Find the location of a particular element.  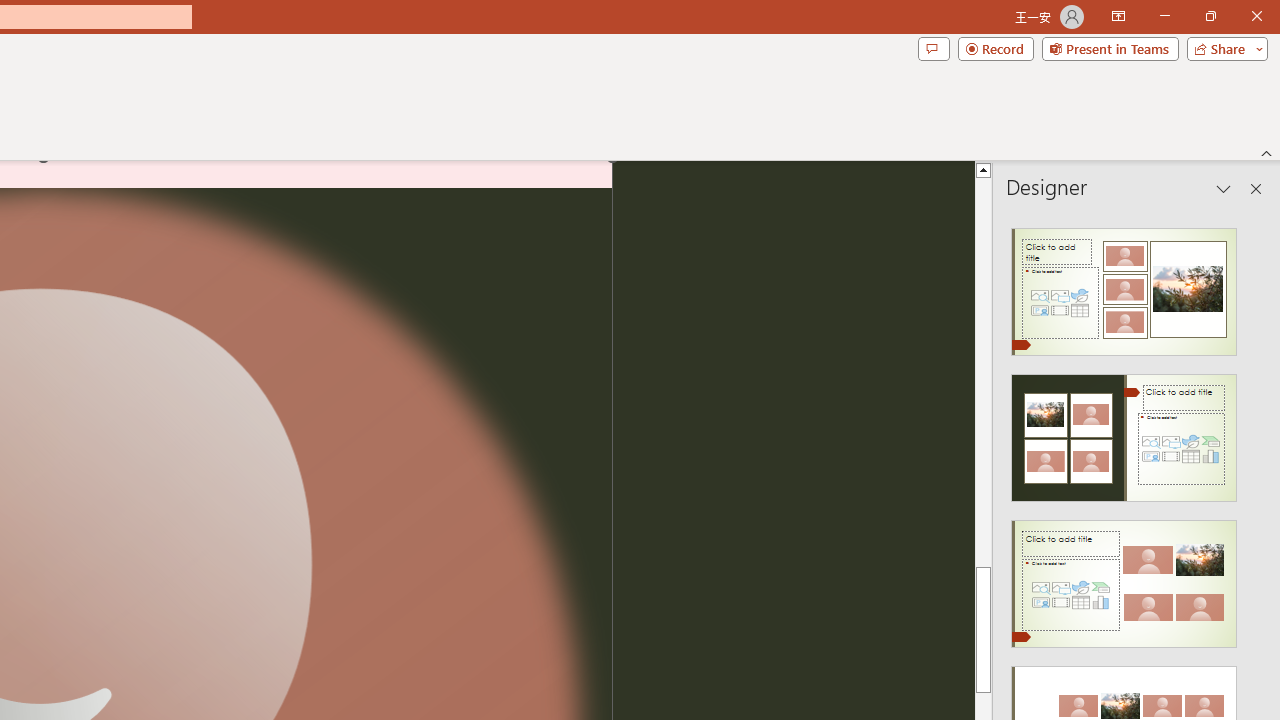

'Task Pane Options' is located at coordinates (1223, 189).